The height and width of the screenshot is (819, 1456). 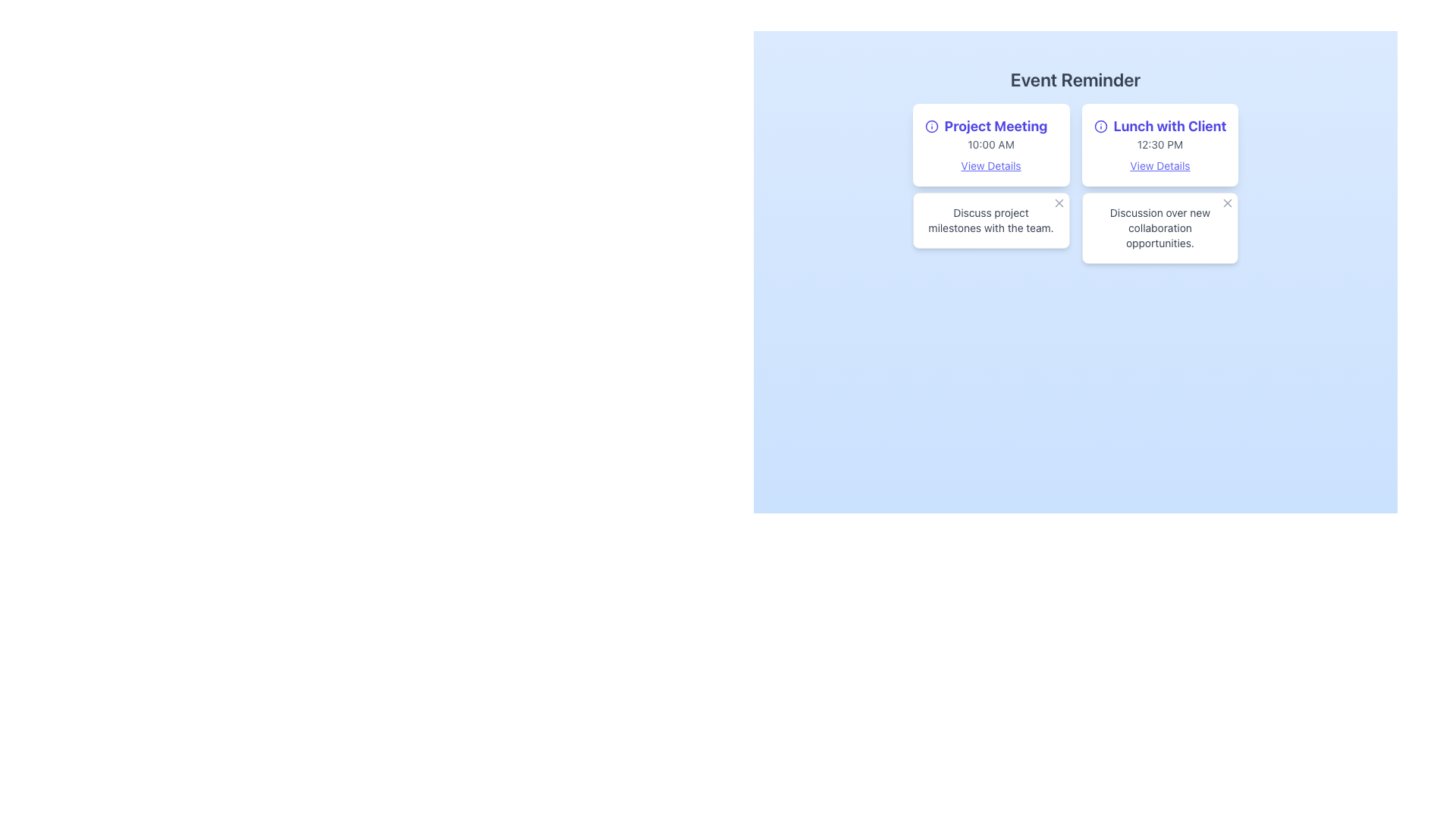 What do you see at coordinates (990, 145) in the screenshot?
I see `the static text indicating the time of the event, which is located directly below the 'Project Meeting' title and above the 'View Details' link in the first event box on the left side` at bounding box center [990, 145].